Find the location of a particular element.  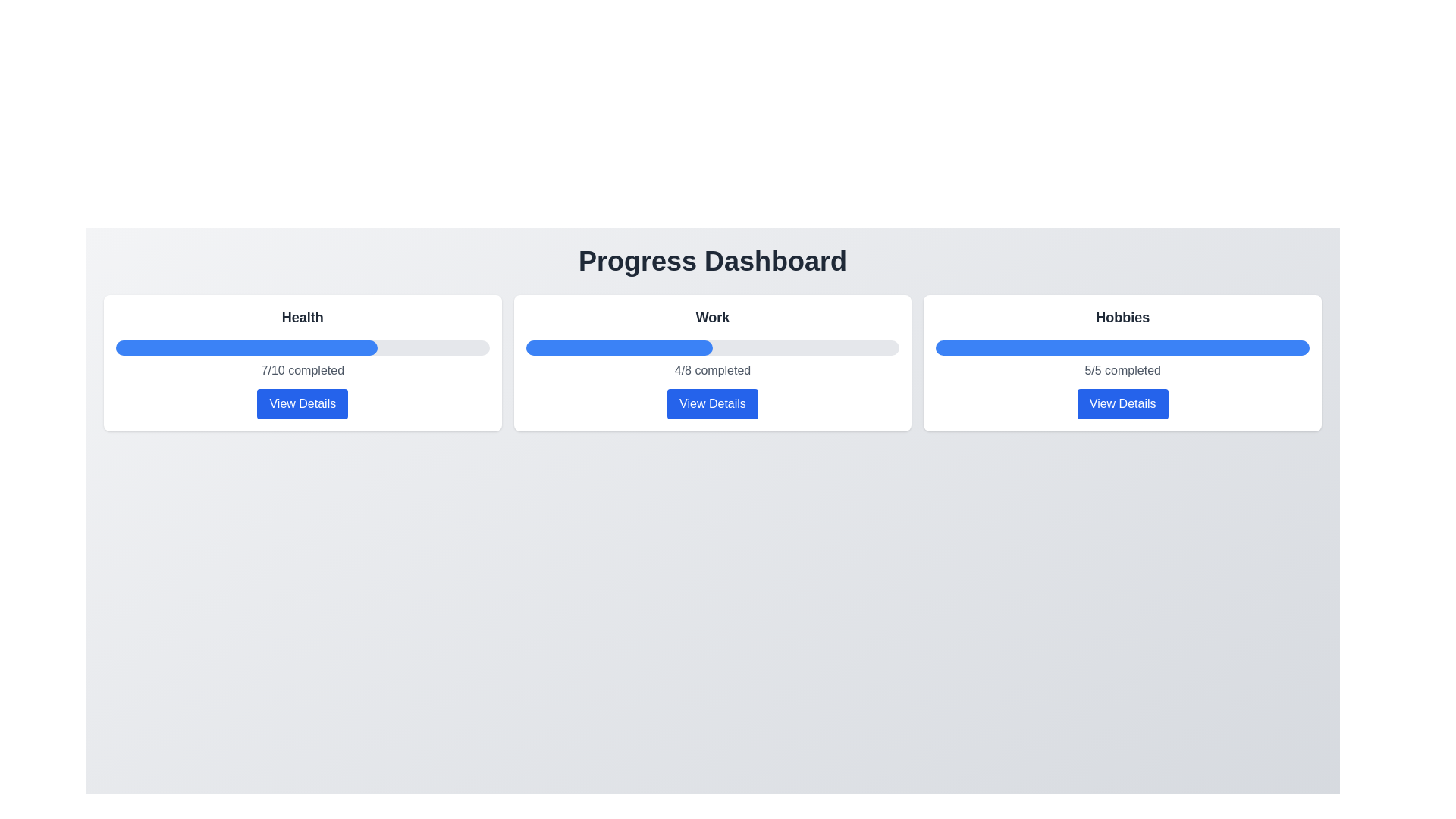

the text label displaying 'Work' that is styled in bold and large dark gray font, located at the top of the middle card in the set of three horizontally aligned cards is located at coordinates (712, 317).